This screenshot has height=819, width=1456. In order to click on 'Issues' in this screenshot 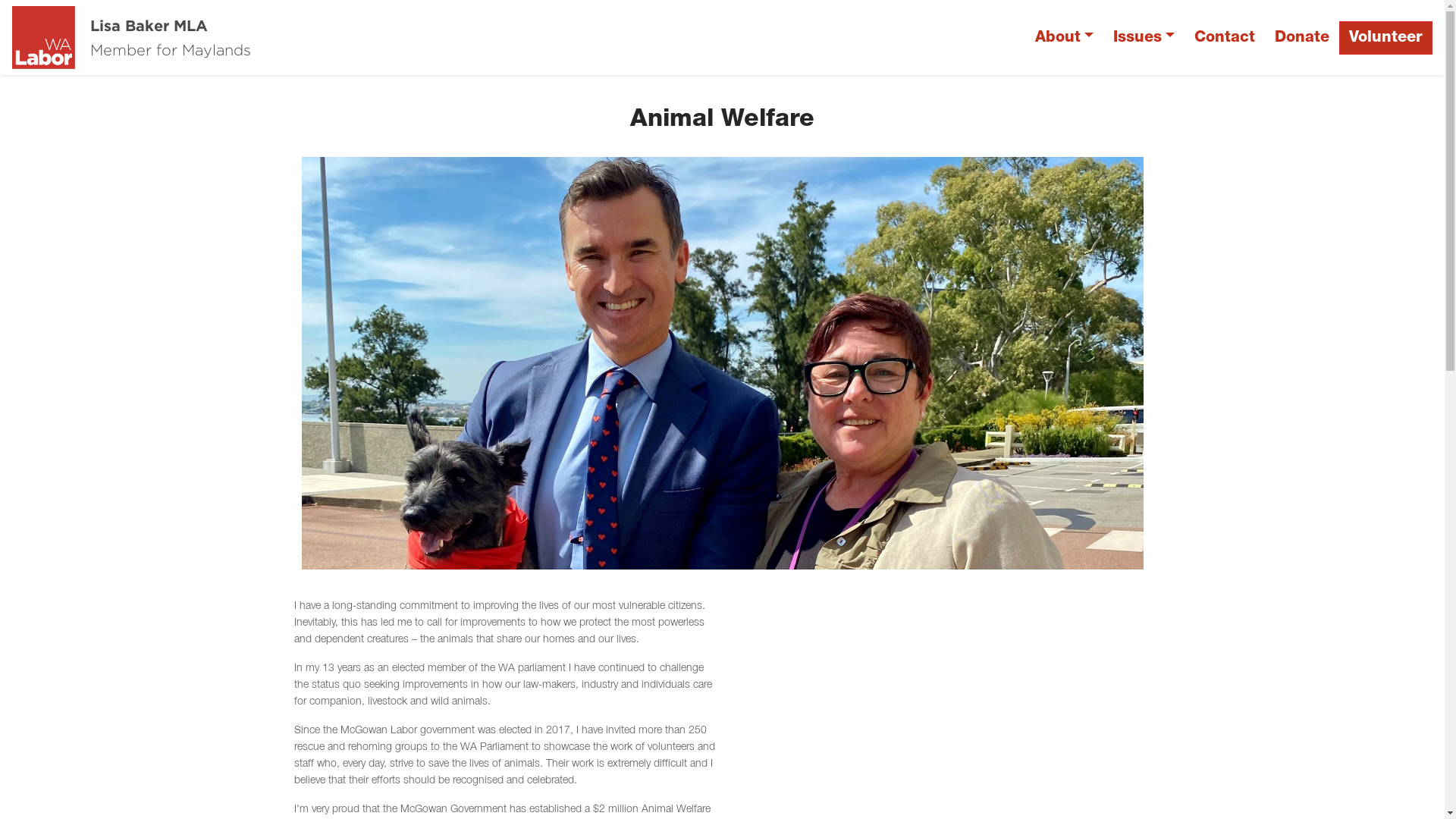, I will do `click(1144, 37)`.